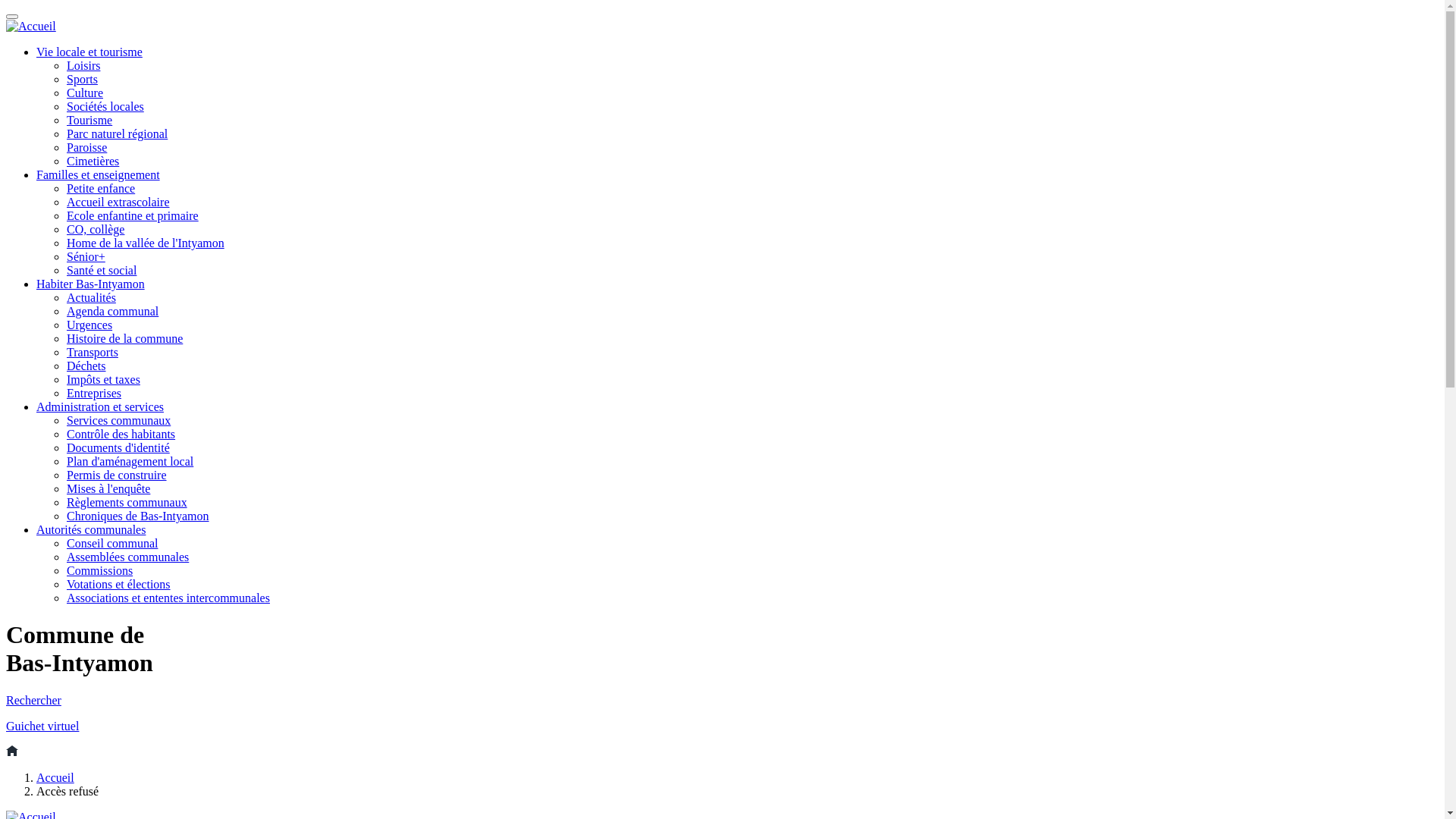 The image size is (1456, 819). What do you see at coordinates (65, 201) in the screenshot?
I see `'Accueil extrascolaire'` at bounding box center [65, 201].